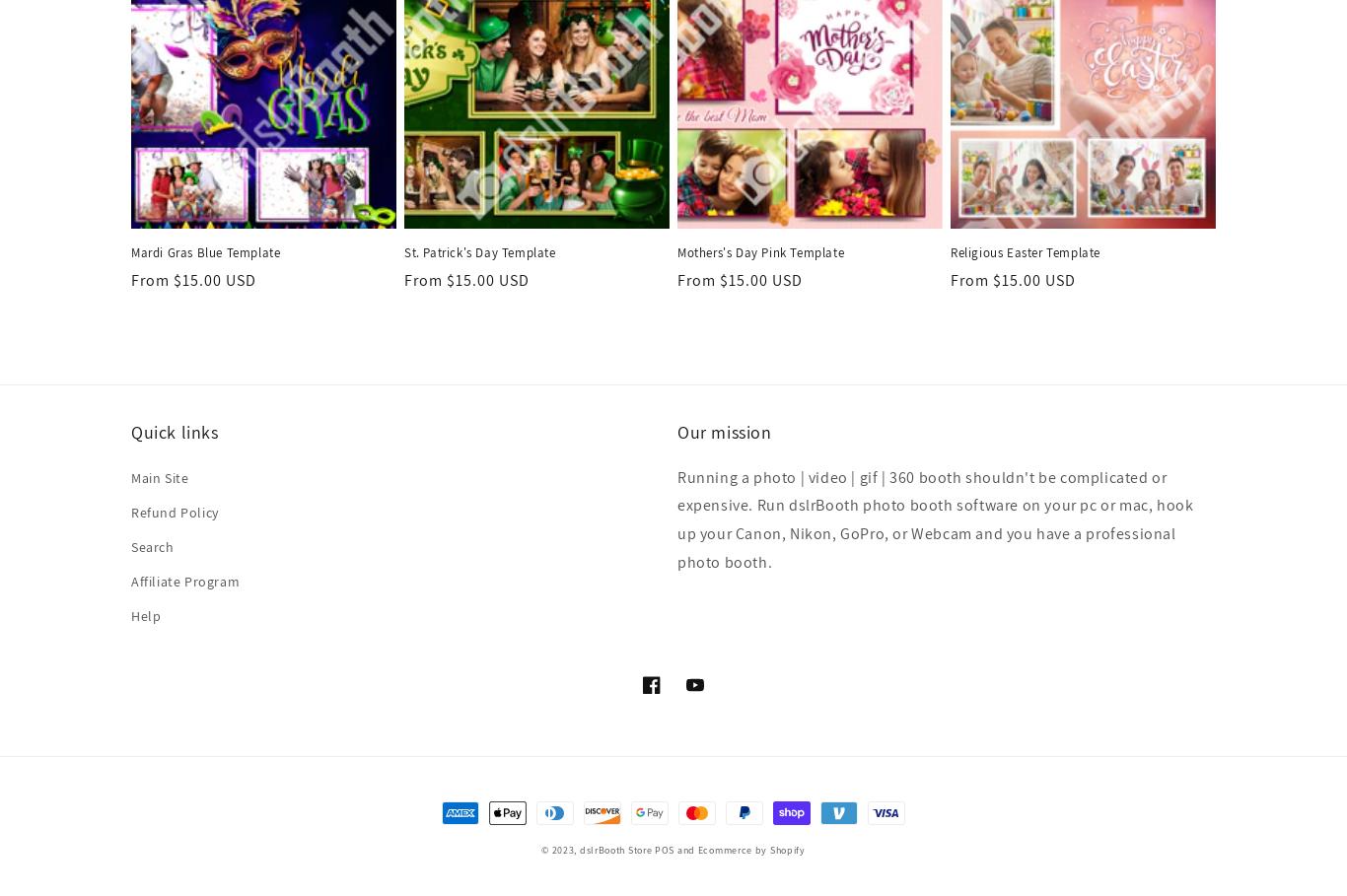  Describe the element at coordinates (479, 252) in the screenshot. I see `'St. Patrick's Day Template'` at that location.